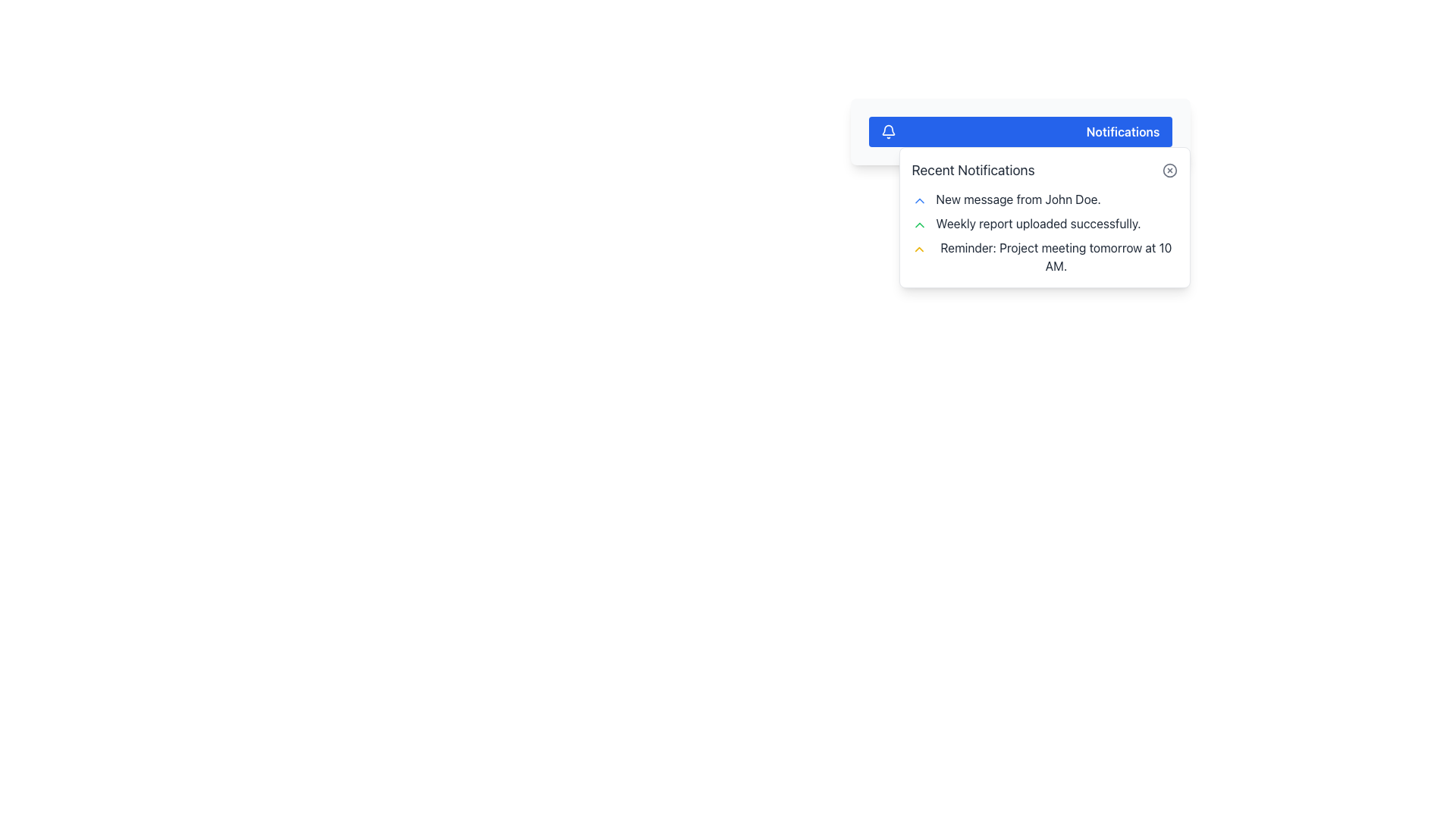  What do you see at coordinates (918, 200) in the screenshot?
I see `the chevron icon located at the leftmost side of the notification indicating a new message from 'John Doe'` at bounding box center [918, 200].